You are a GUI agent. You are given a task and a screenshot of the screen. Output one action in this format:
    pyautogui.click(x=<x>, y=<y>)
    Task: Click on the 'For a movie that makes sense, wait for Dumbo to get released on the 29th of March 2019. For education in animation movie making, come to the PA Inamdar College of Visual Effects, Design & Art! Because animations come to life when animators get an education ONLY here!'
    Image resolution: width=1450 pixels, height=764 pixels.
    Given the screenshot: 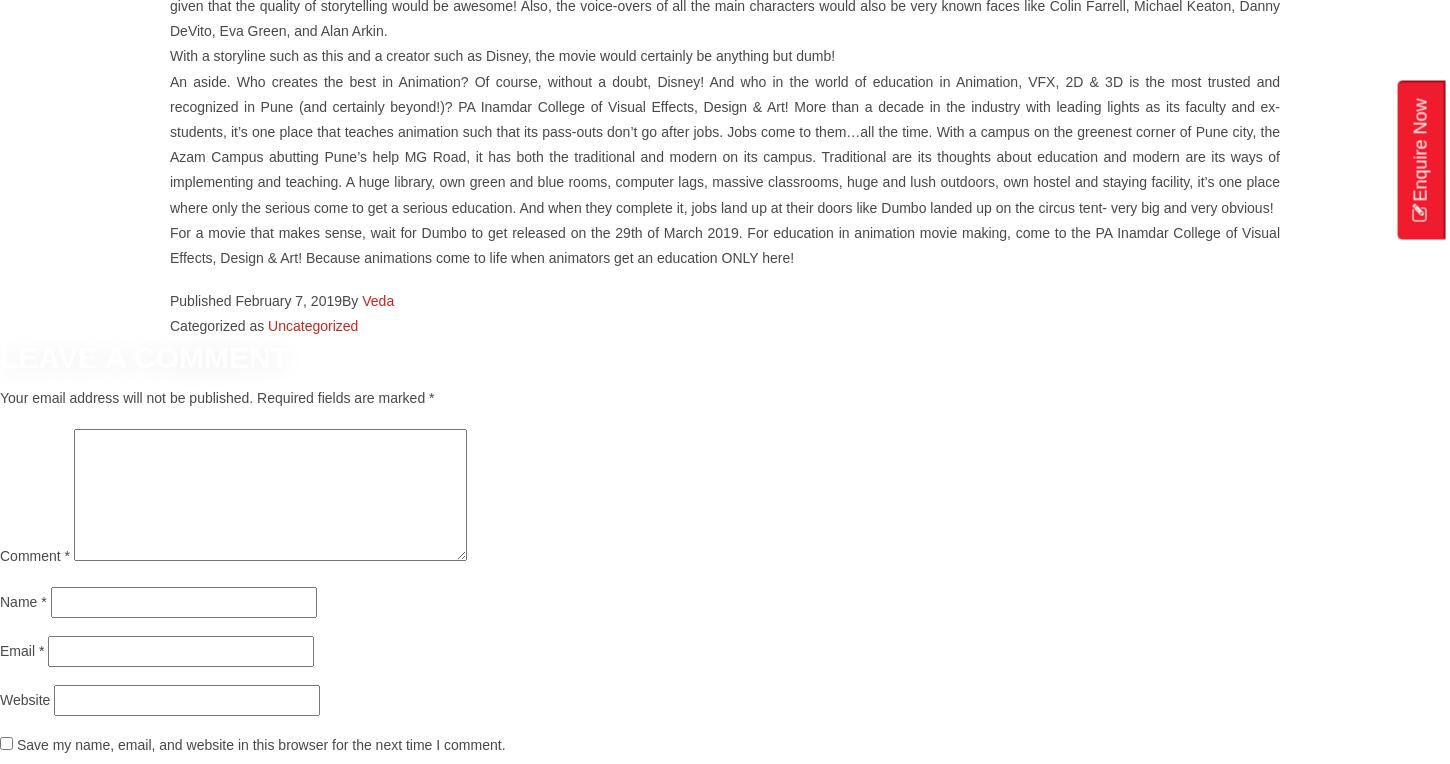 What is the action you would take?
    pyautogui.click(x=725, y=244)
    